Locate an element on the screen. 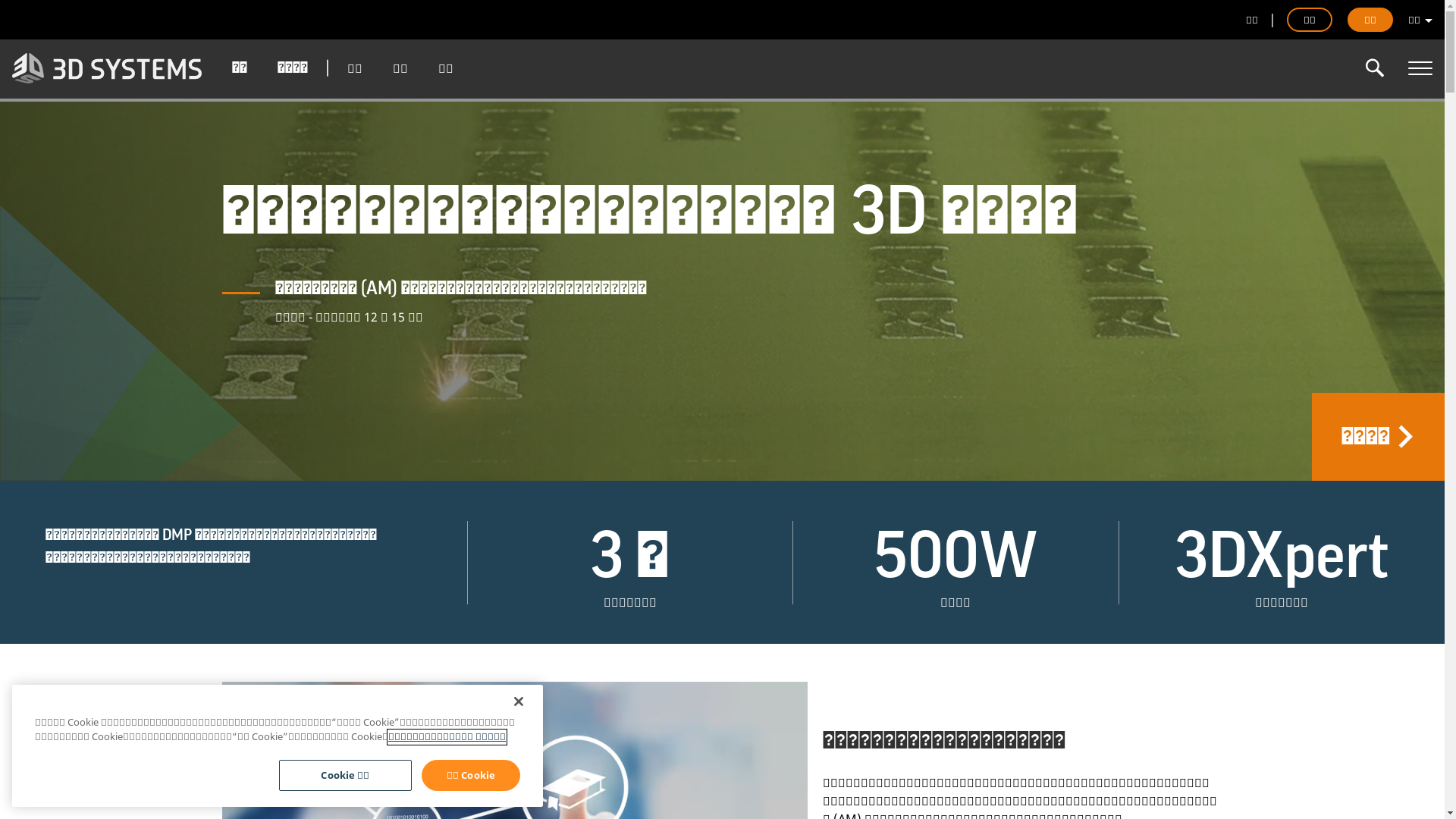 This screenshot has height=819, width=1456. 'Enter the terms you wish to search for.' is located at coordinates (1375, 67).